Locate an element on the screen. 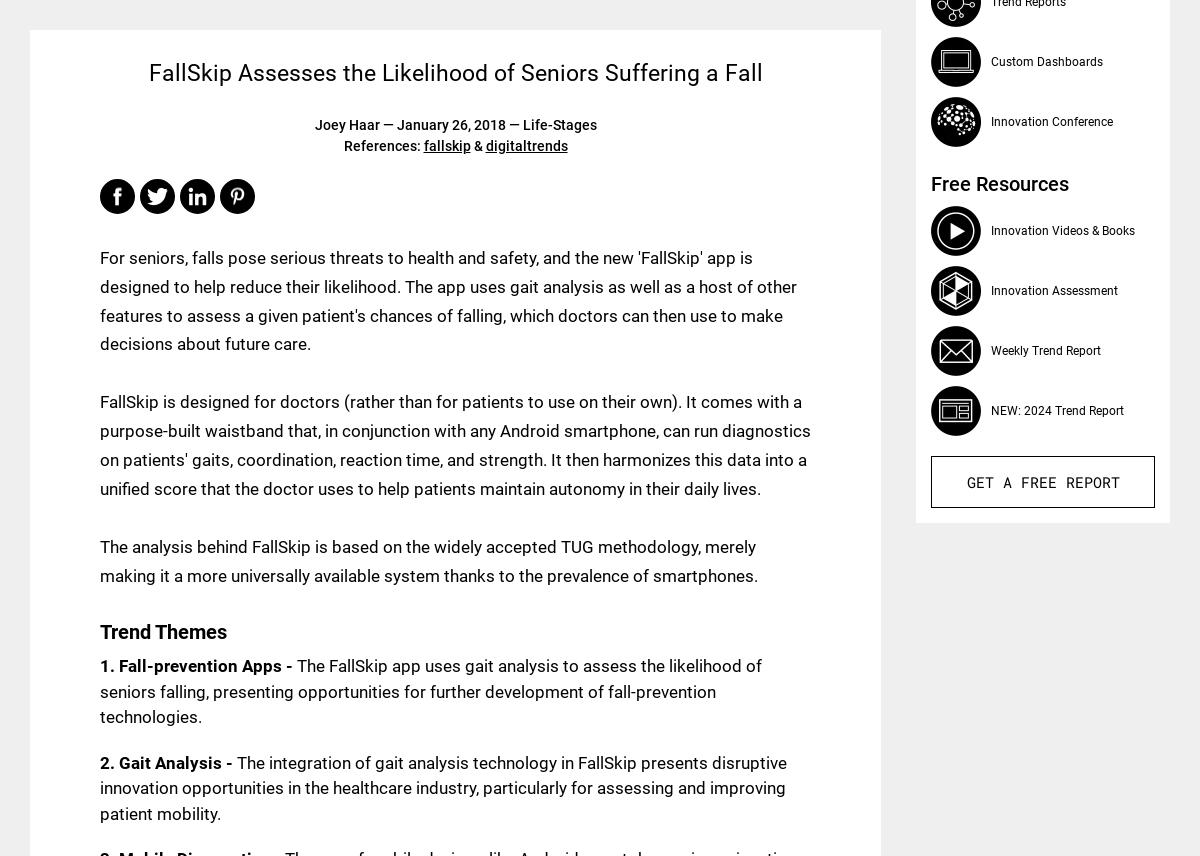  '&' is located at coordinates (476, 145).